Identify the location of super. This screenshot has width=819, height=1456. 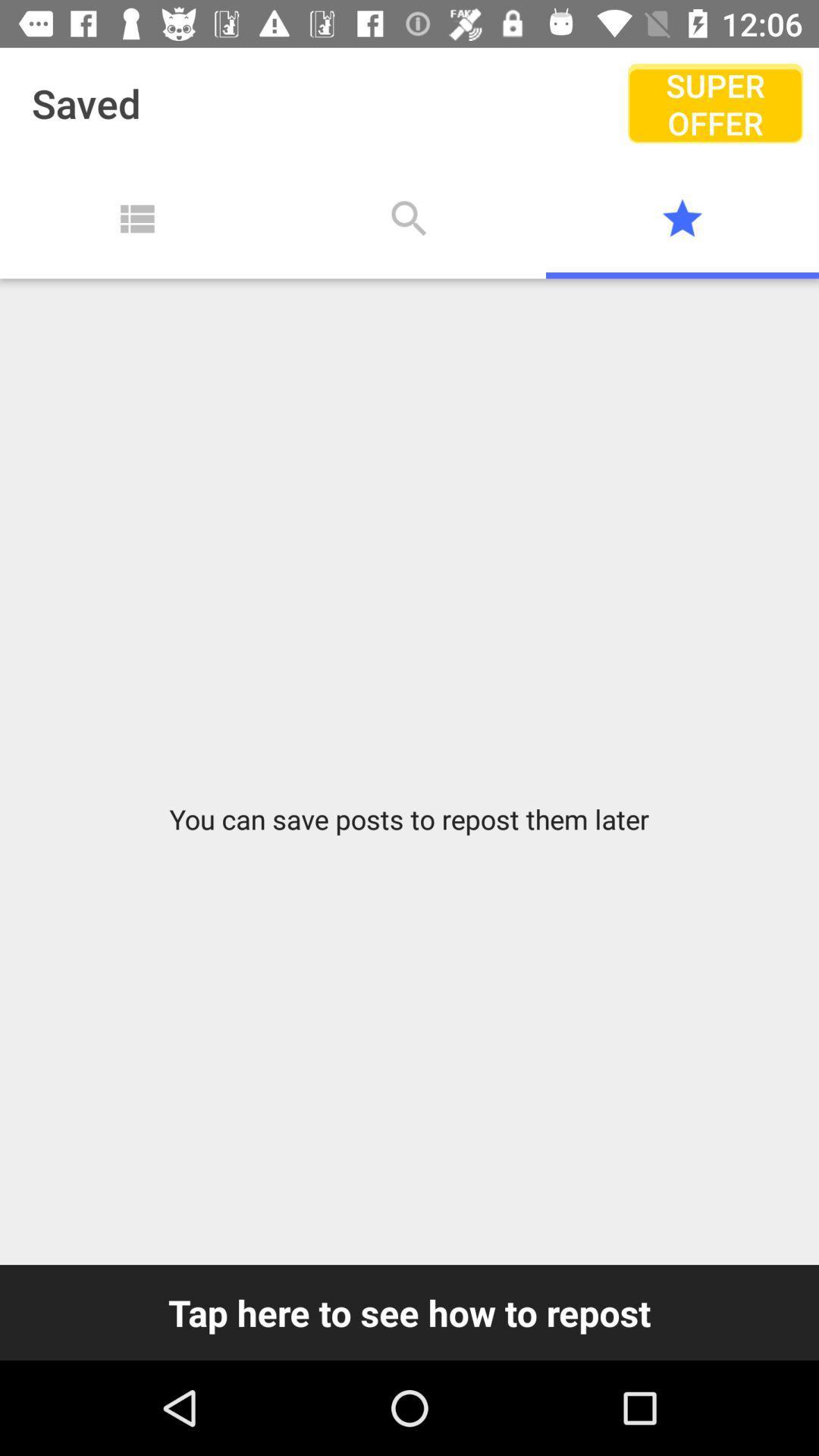
(715, 102).